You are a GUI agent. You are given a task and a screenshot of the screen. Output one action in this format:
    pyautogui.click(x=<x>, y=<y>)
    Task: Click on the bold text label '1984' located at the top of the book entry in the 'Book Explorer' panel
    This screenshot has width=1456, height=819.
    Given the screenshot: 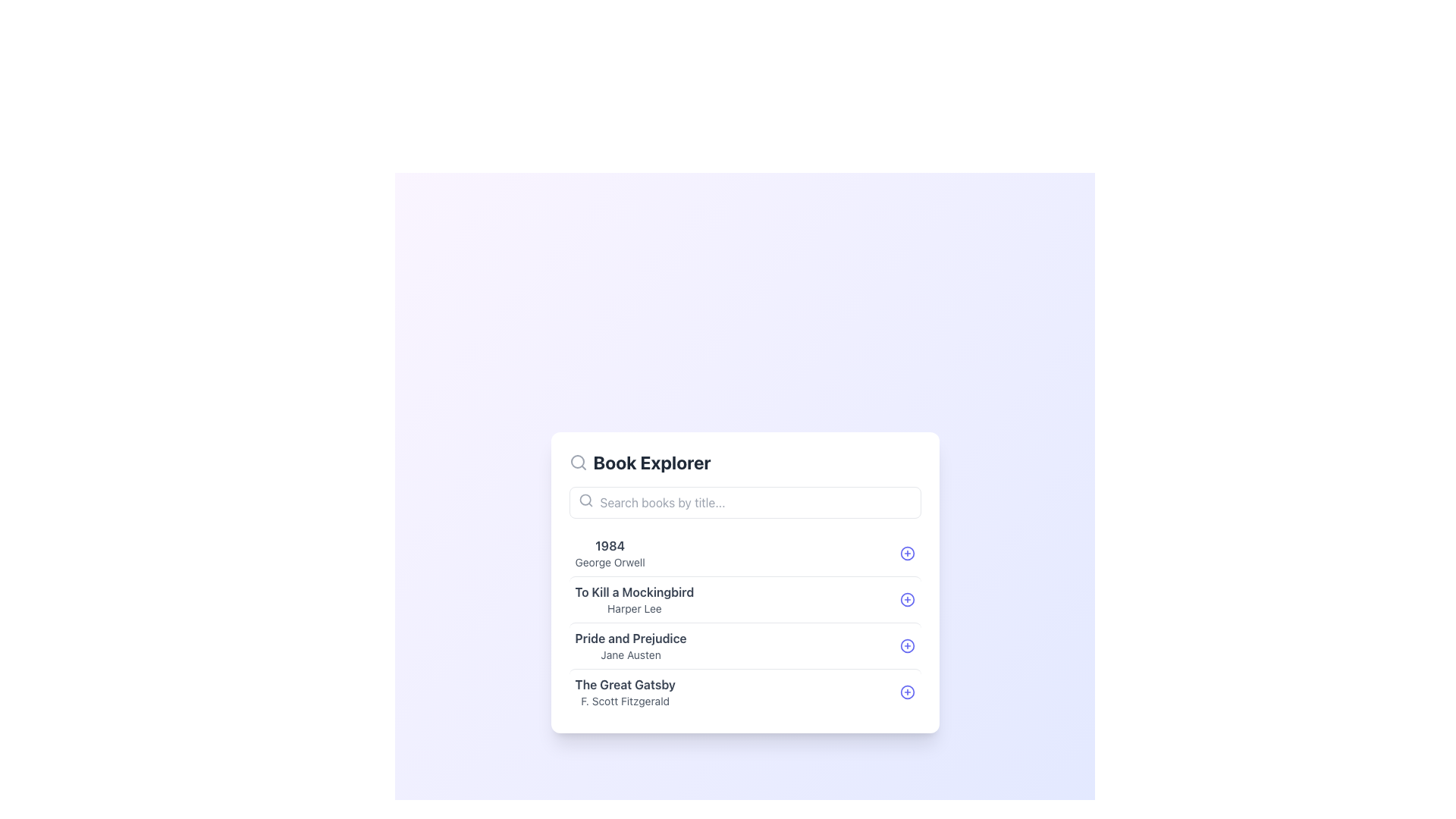 What is the action you would take?
    pyautogui.click(x=610, y=544)
    